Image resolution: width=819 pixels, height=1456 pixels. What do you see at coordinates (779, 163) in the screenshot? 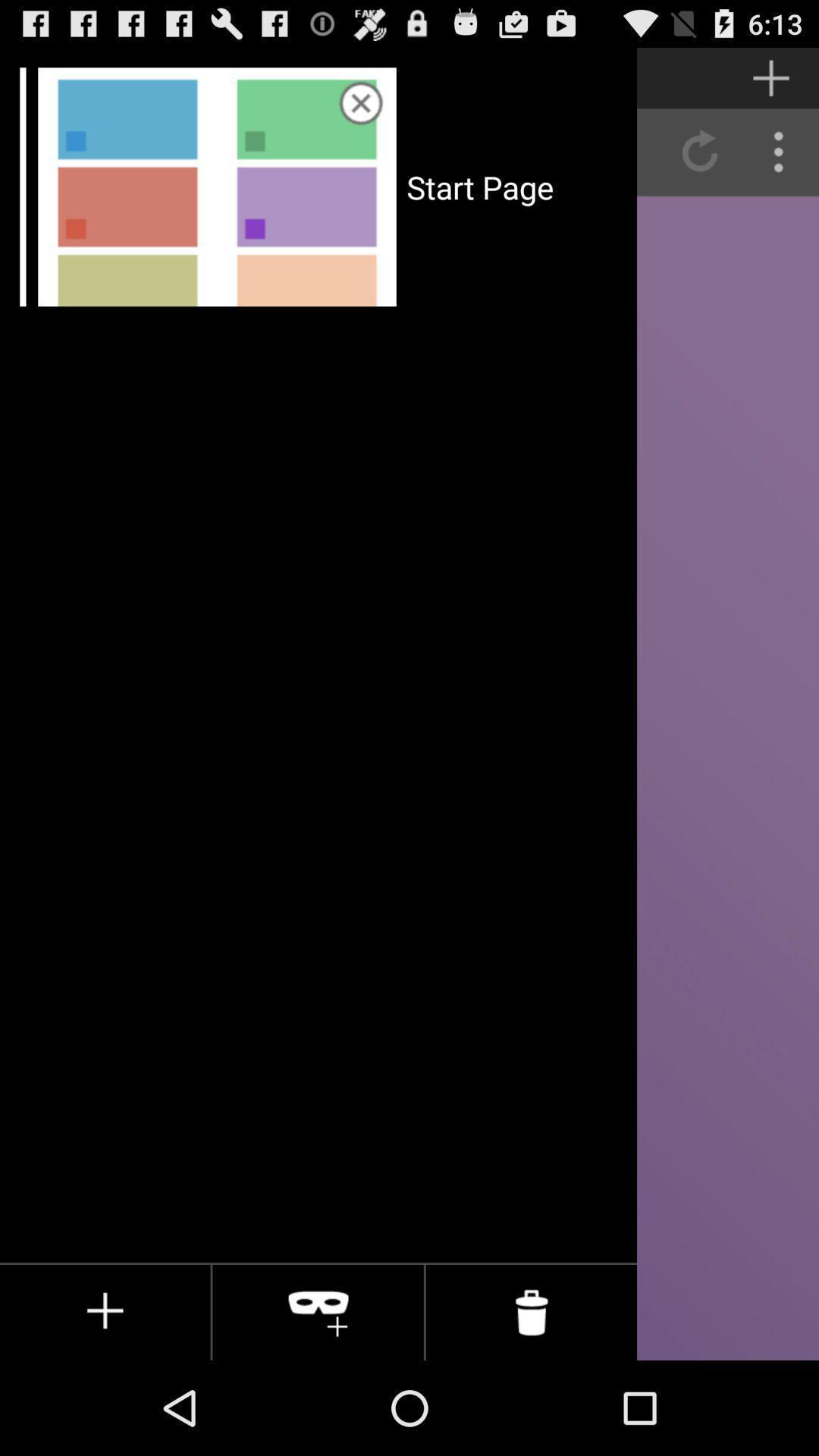
I see `the more icon` at bounding box center [779, 163].